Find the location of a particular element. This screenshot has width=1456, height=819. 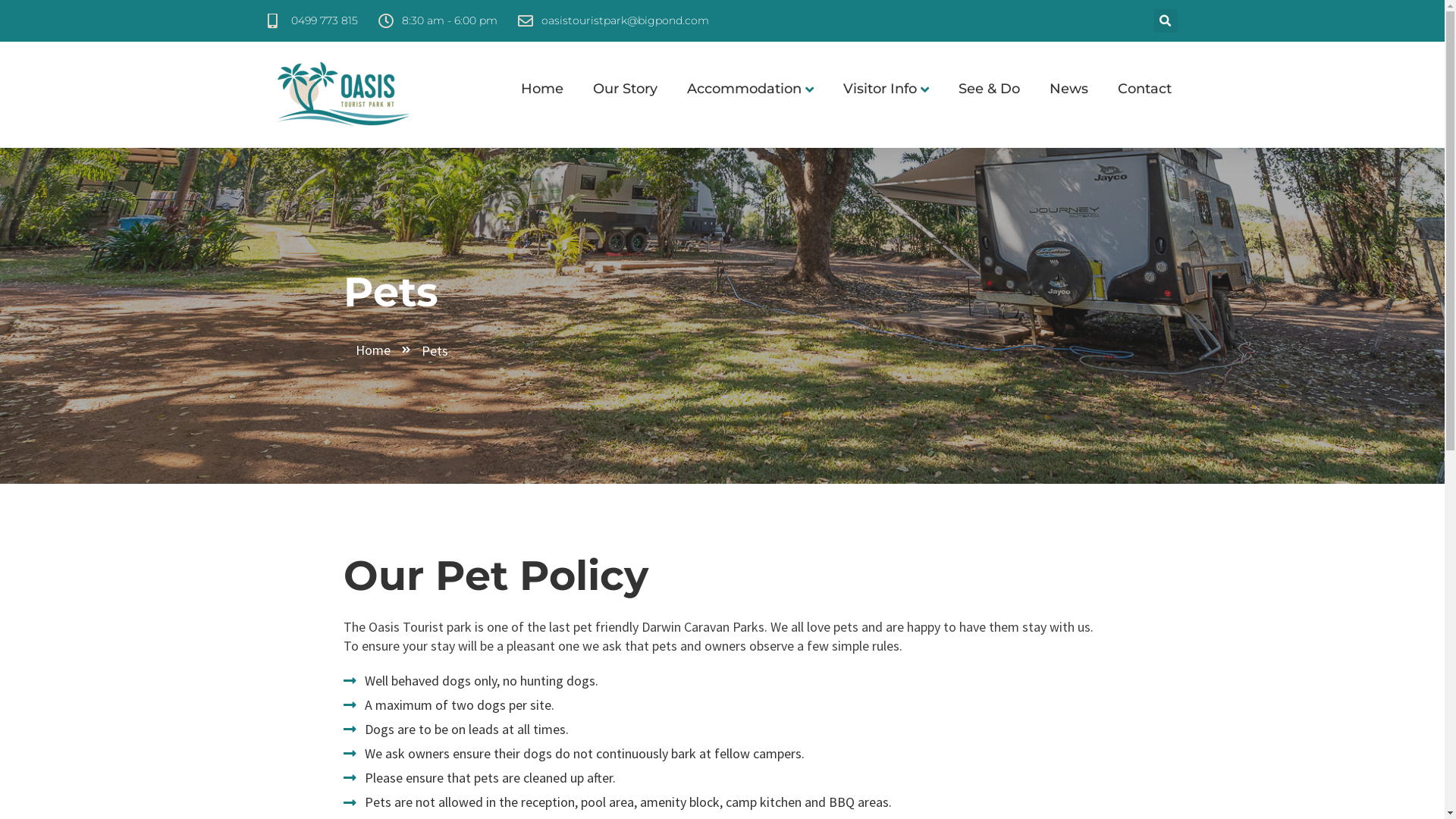

'Contact' is located at coordinates (1096, 89).